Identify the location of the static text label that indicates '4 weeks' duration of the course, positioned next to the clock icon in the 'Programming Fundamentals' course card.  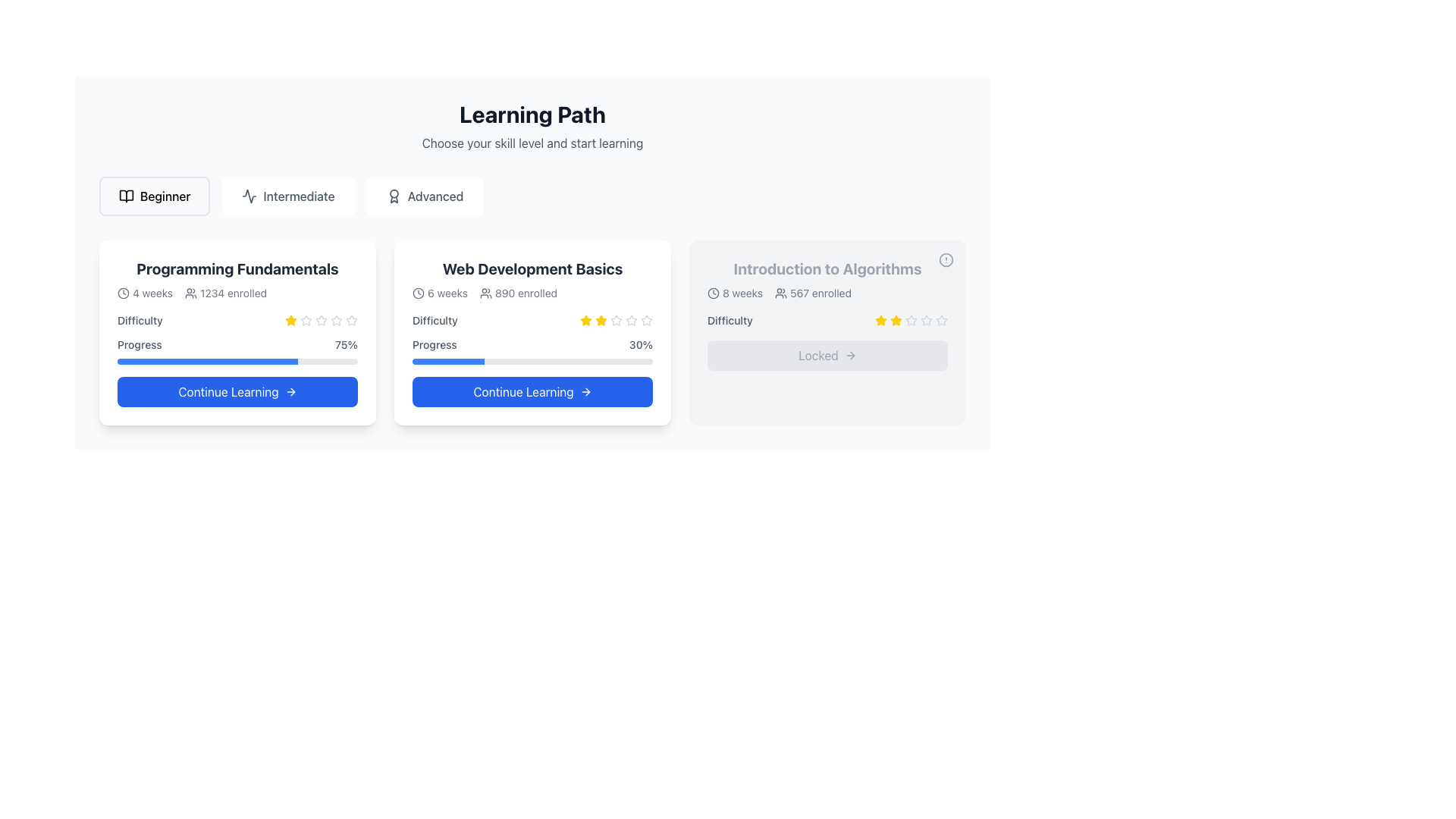
(152, 293).